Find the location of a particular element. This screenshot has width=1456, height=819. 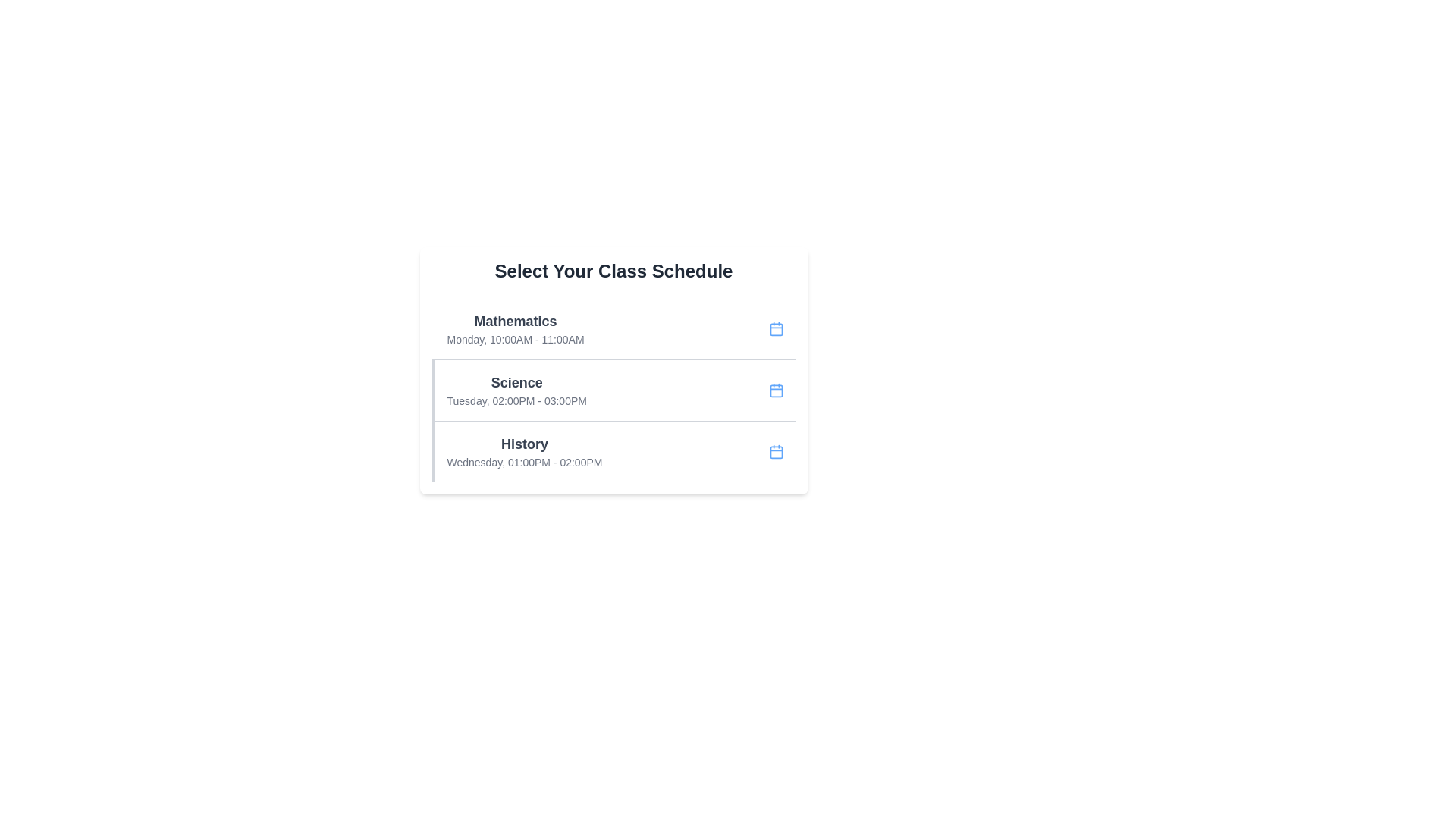

the text label displaying the scheduled time for the 'Science' class located below the 'Science' heading in the second section of the class schedule is located at coordinates (516, 400).